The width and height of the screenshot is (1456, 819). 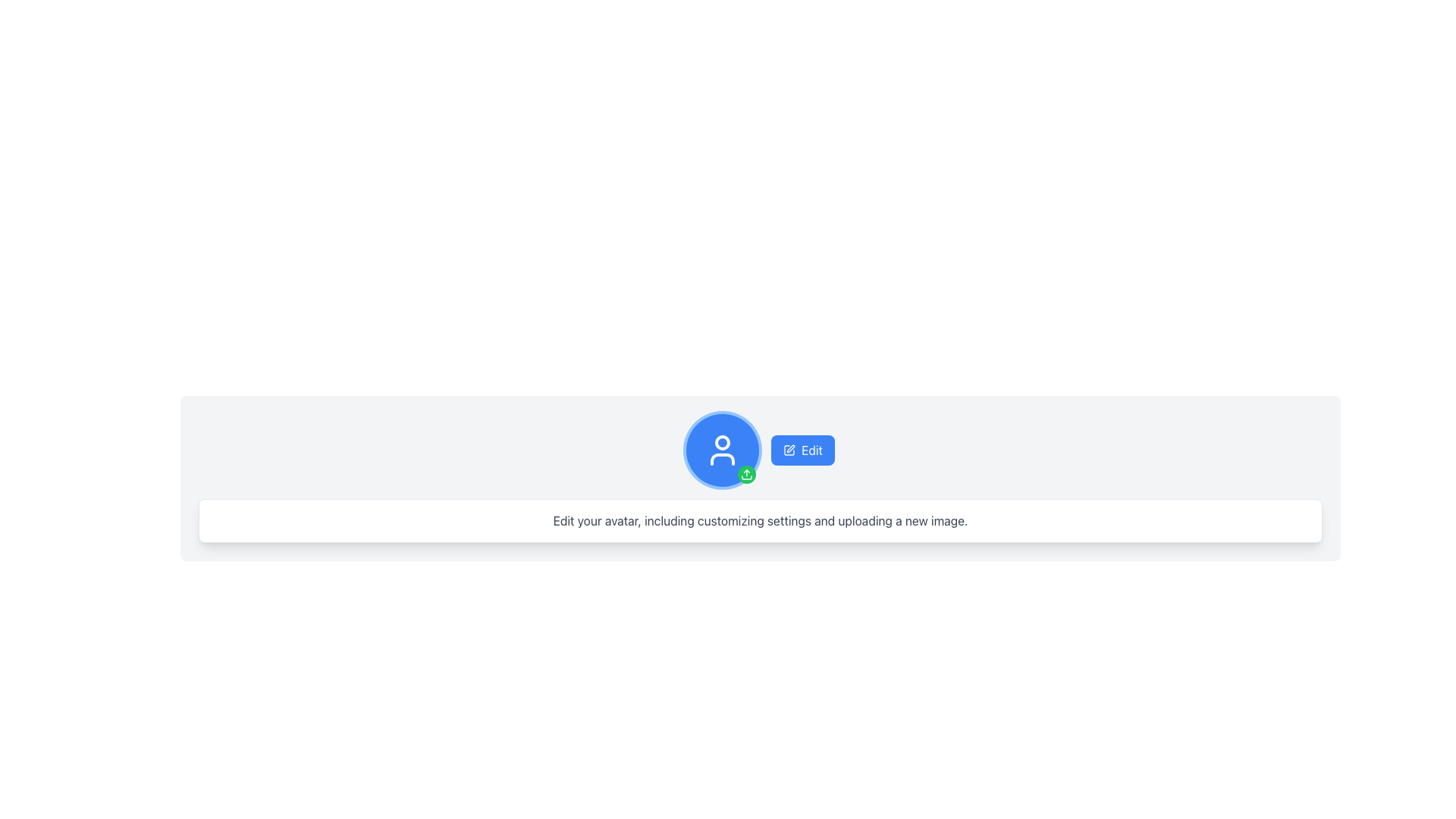 I want to click on the upload button represented by a green circular background with a white outline, located at the bottom right corner of a blue circular panel, so click(x=747, y=473).